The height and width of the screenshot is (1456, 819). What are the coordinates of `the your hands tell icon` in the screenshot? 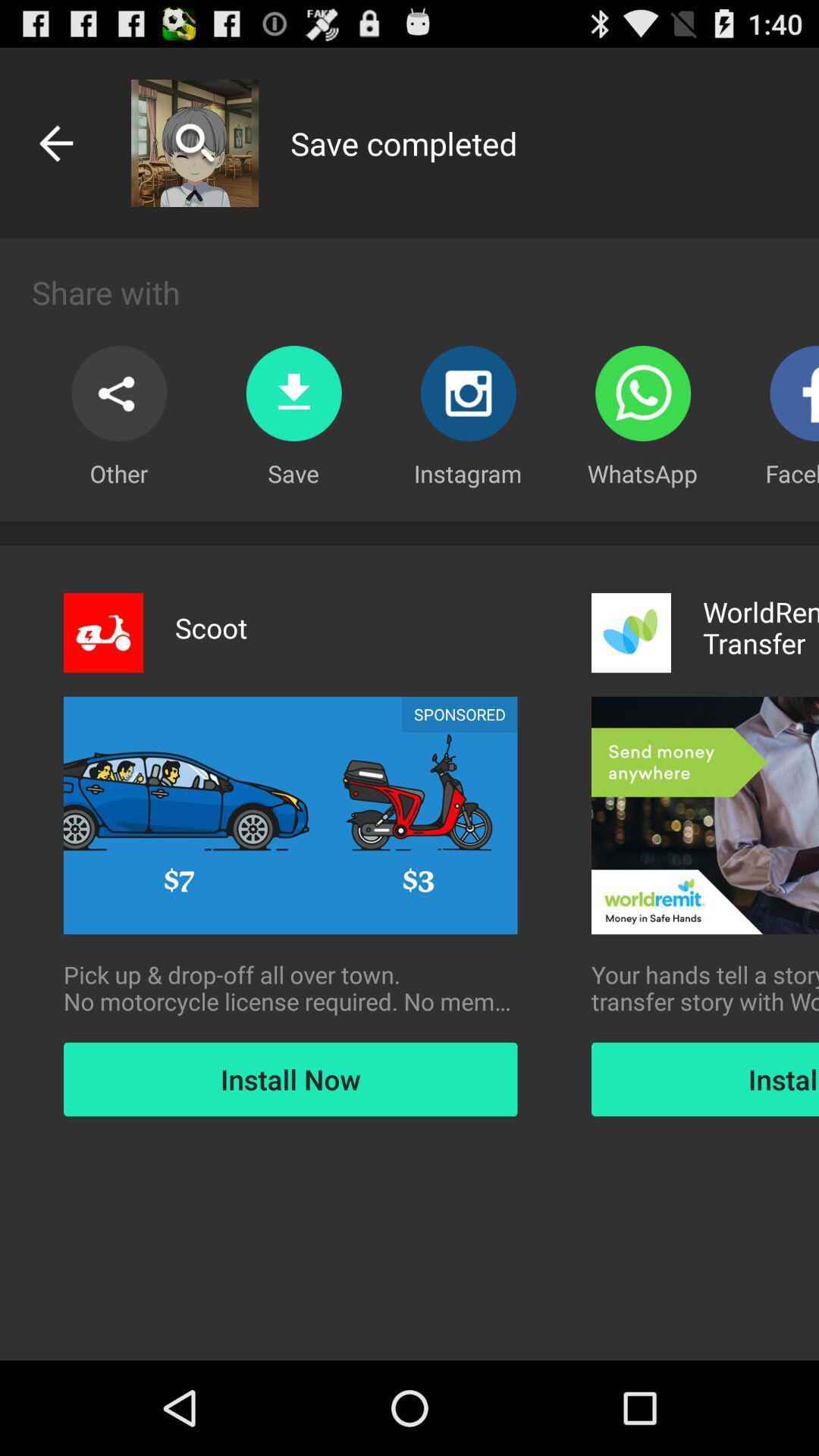 It's located at (704, 988).